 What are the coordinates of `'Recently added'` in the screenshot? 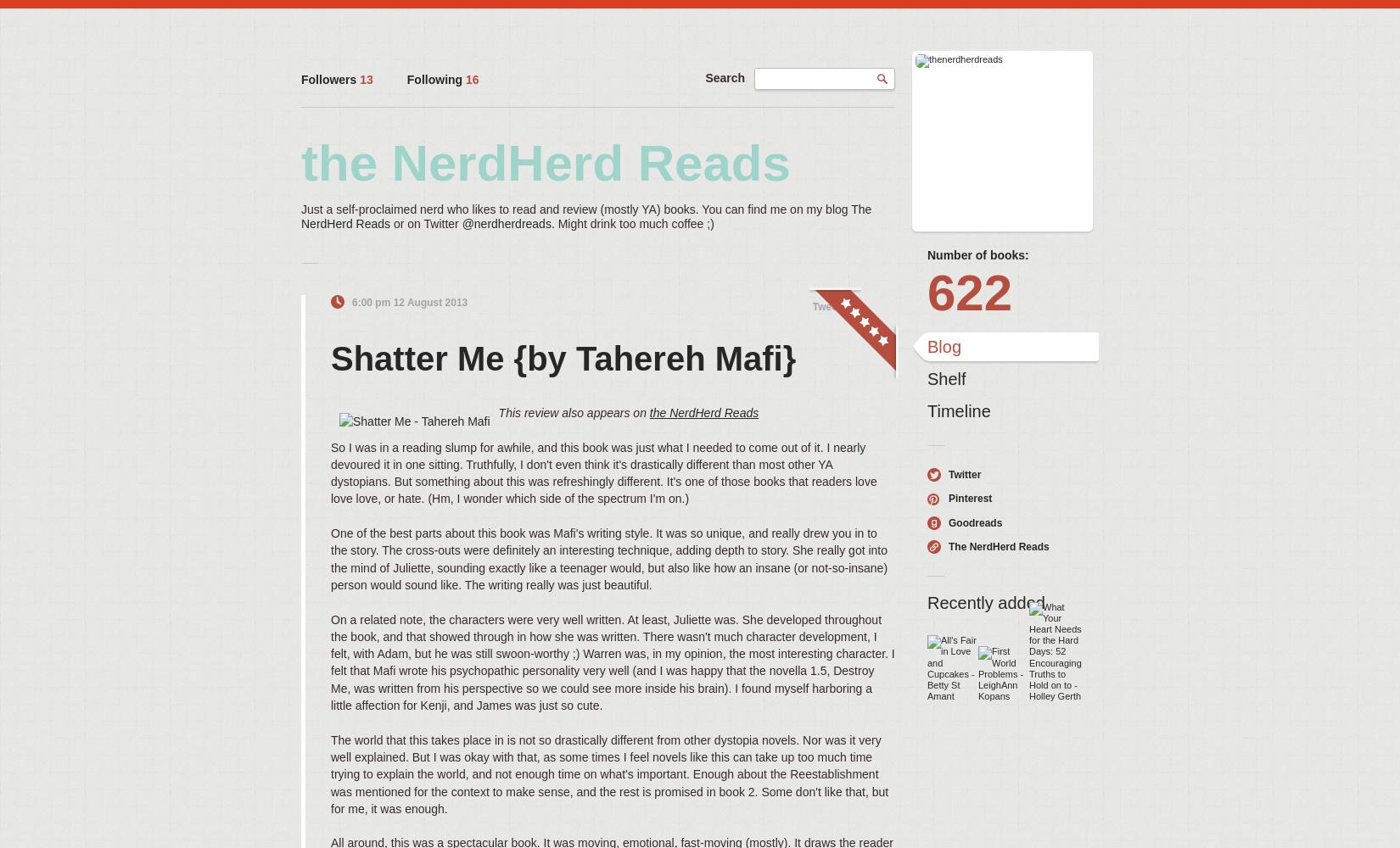 It's located at (985, 602).